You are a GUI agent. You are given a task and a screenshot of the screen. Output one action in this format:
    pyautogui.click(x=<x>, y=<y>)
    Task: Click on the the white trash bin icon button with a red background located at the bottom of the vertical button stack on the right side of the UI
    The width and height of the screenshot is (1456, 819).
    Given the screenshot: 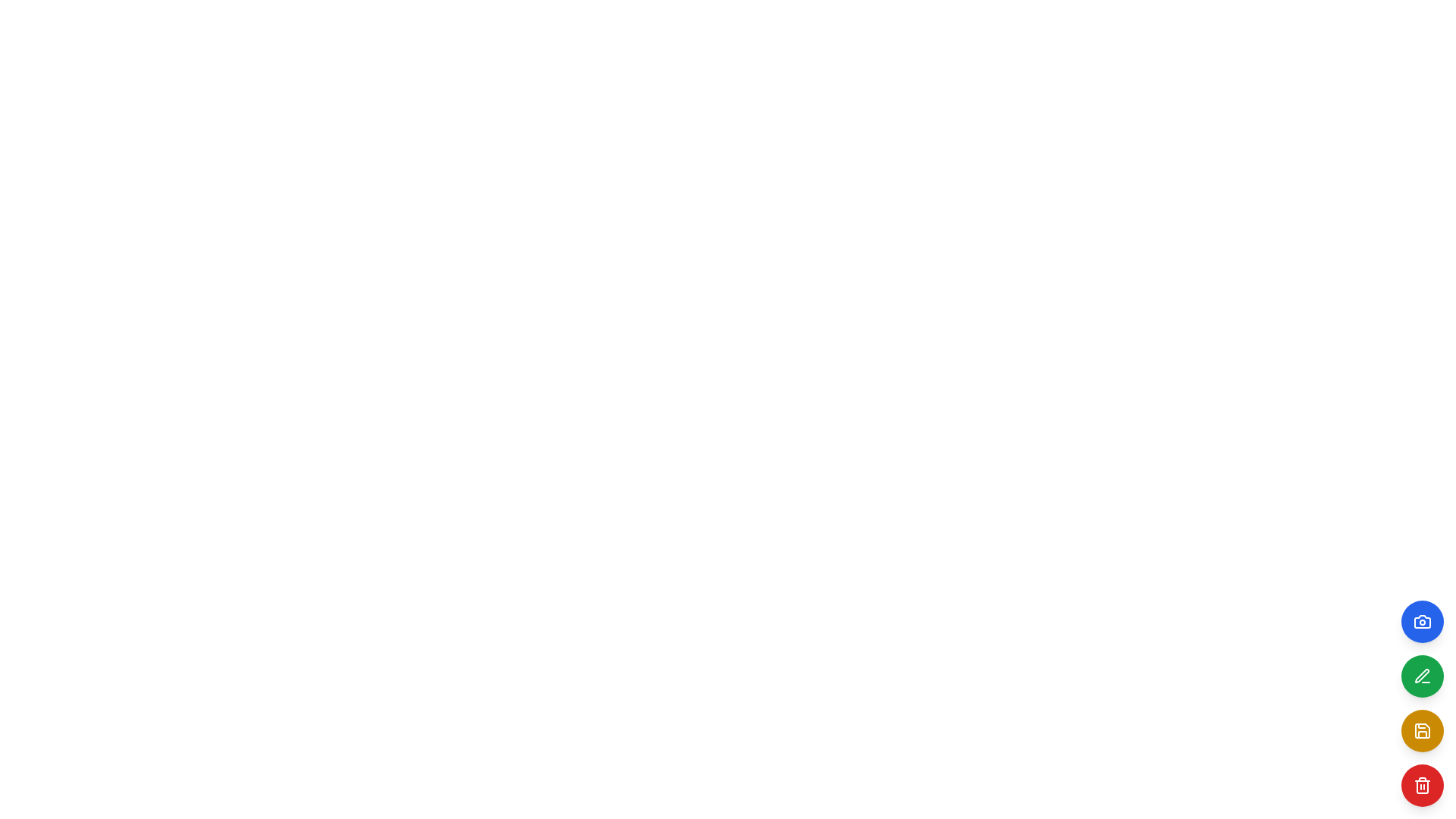 What is the action you would take?
    pyautogui.click(x=1422, y=785)
    